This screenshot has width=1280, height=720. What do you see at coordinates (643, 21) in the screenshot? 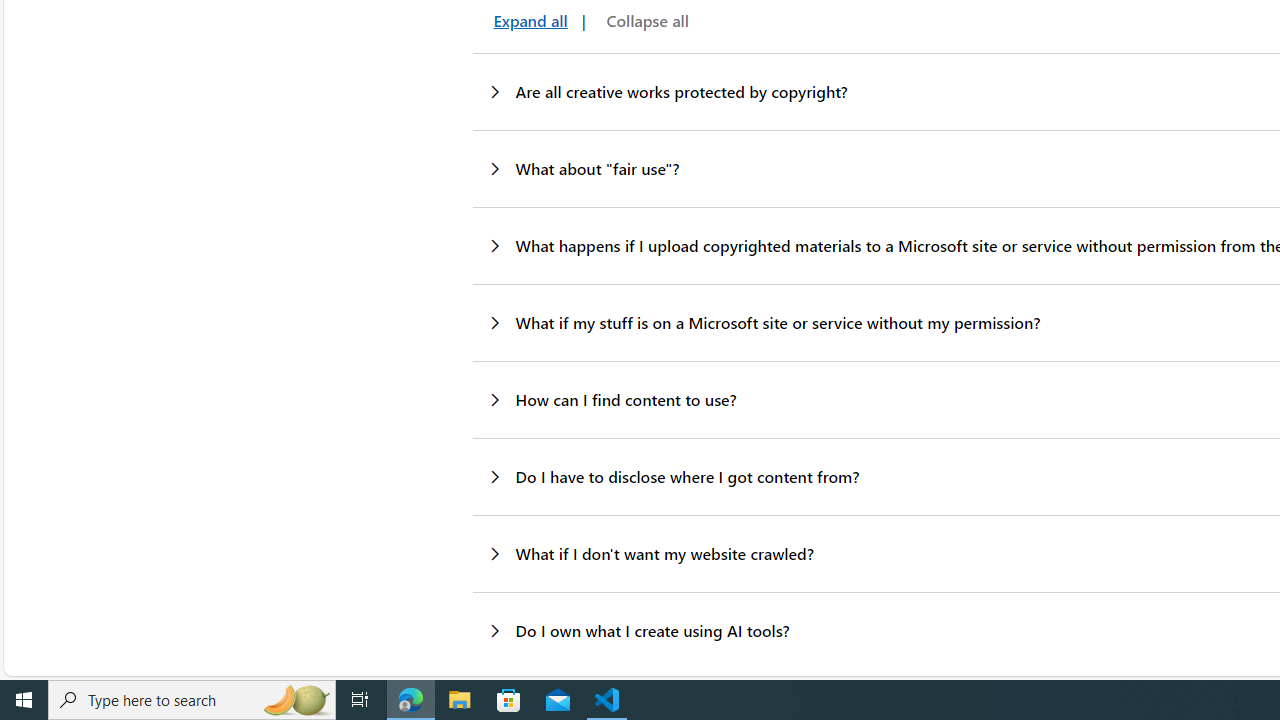
I see `' Collapse all'` at bounding box center [643, 21].